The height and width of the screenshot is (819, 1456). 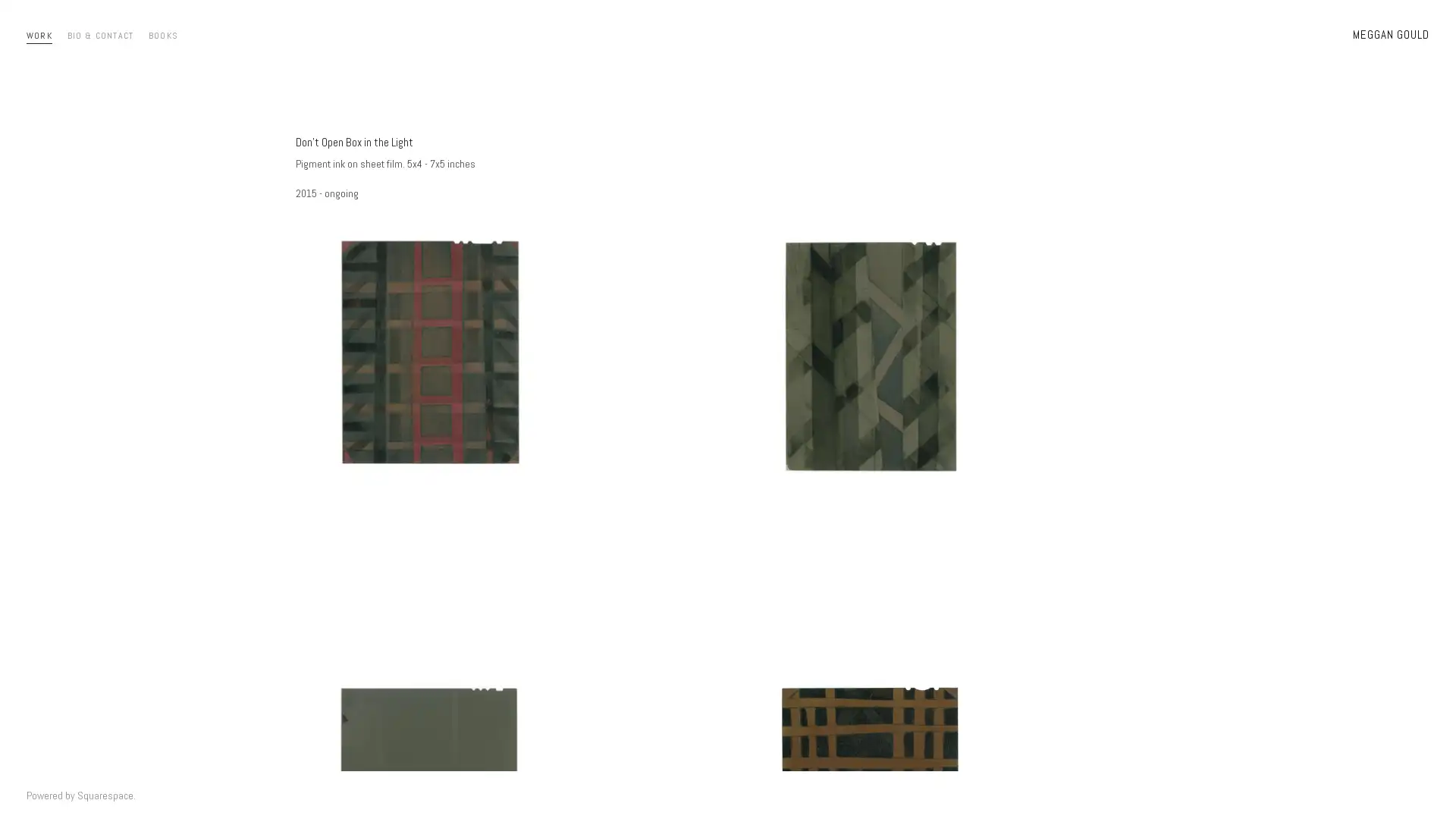 What do you see at coordinates (508, 432) in the screenshot?
I see `View fullsize ink-2.jpg` at bounding box center [508, 432].